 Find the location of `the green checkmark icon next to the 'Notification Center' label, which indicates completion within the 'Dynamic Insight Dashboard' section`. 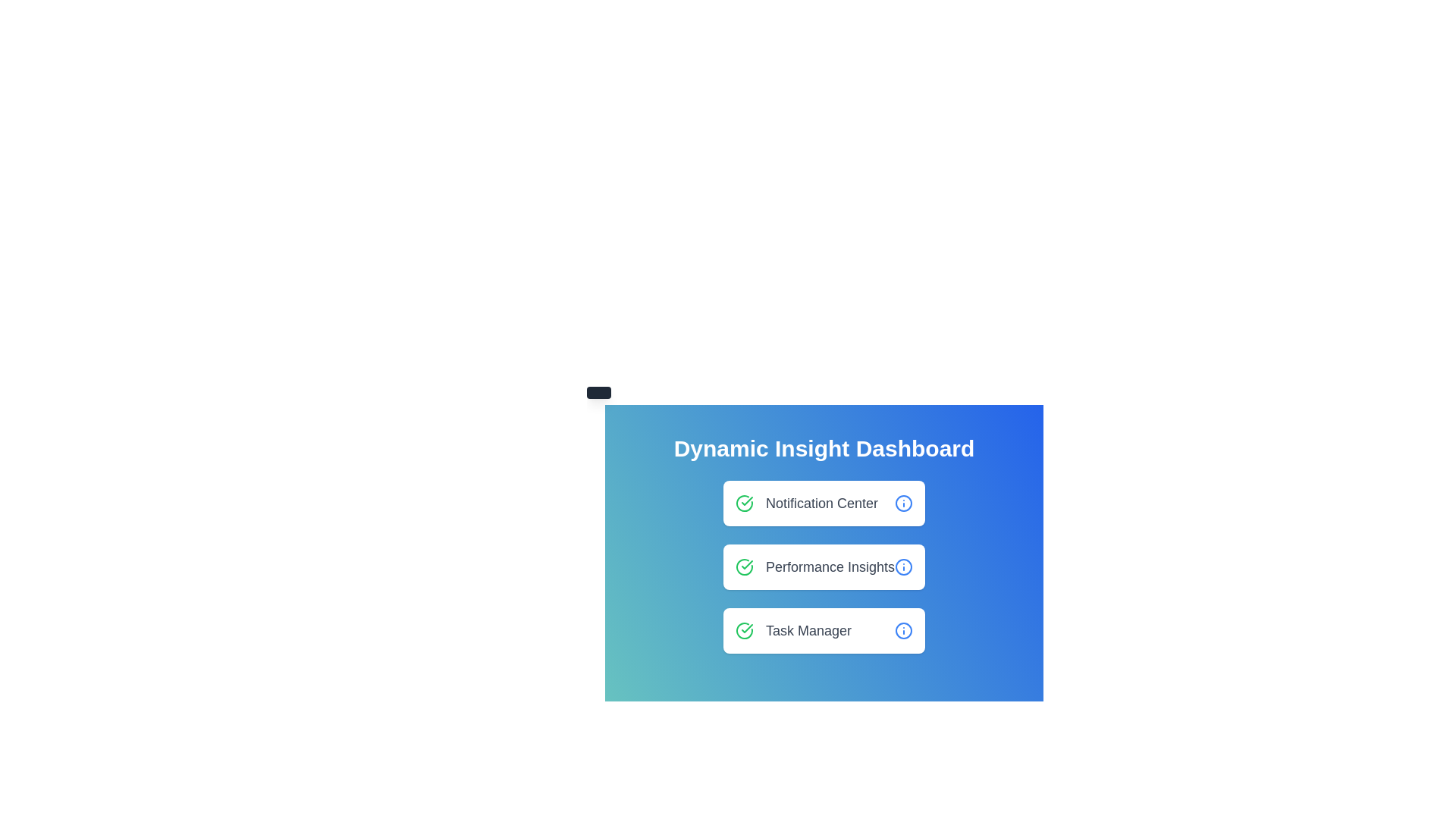

the green checkmark icon next to the 'Notification Center' label, which indicates completion within the 'Dynamic Insight Dashboard' section is located at coordinates (747, 564).